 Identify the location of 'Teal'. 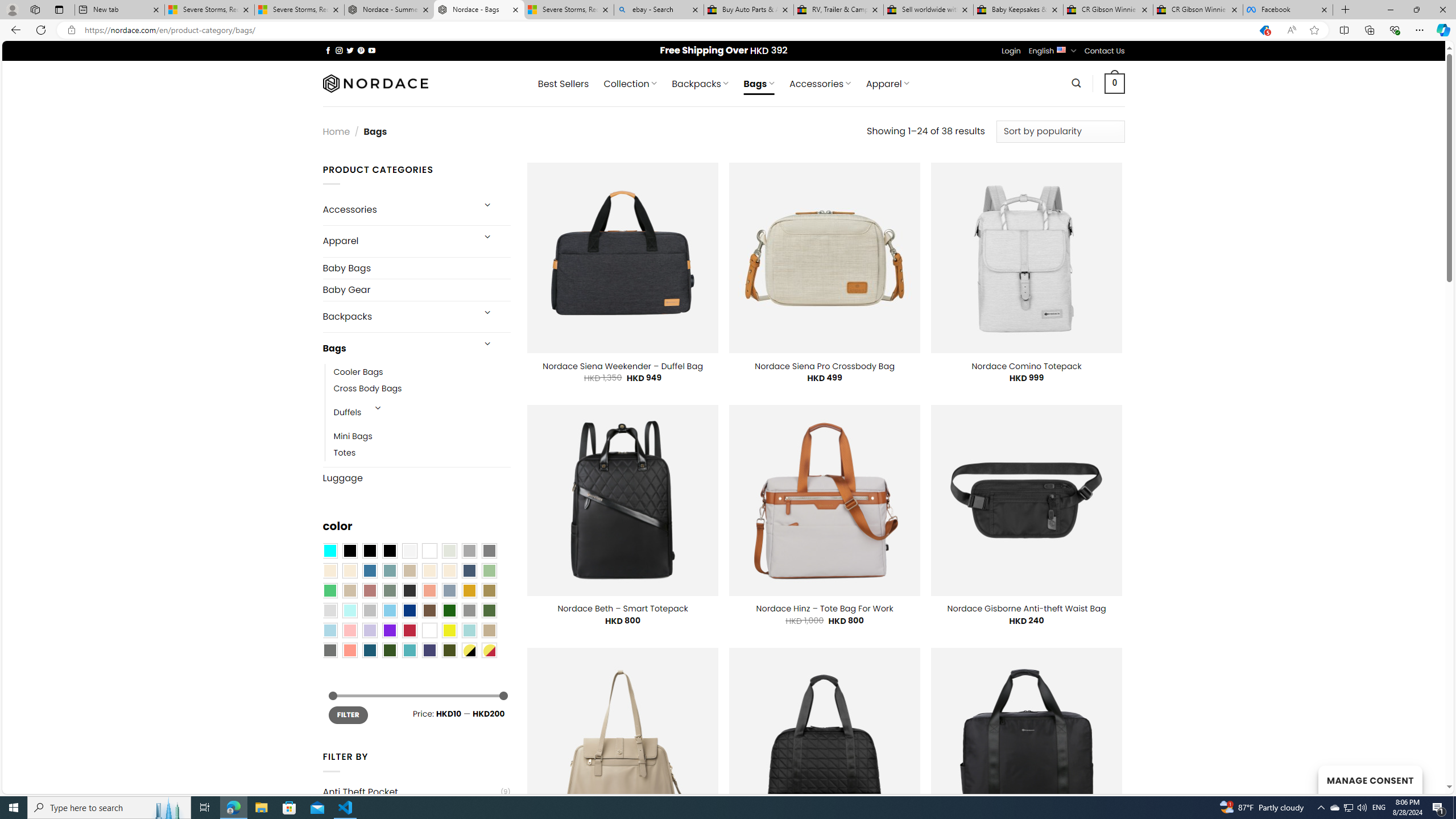
(408, 650).